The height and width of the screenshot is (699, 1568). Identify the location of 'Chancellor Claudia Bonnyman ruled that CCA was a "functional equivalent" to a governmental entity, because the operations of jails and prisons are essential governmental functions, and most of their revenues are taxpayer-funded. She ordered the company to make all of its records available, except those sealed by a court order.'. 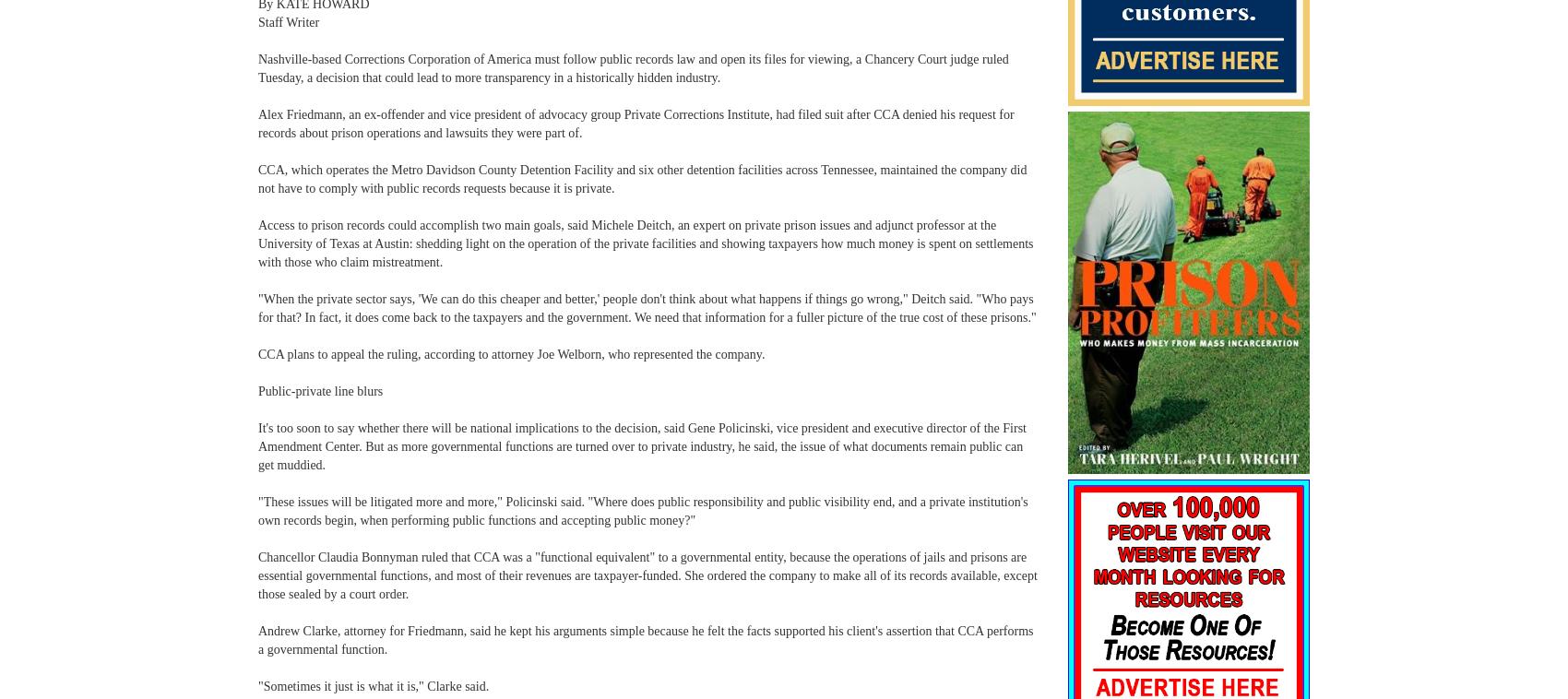
(257, 575).